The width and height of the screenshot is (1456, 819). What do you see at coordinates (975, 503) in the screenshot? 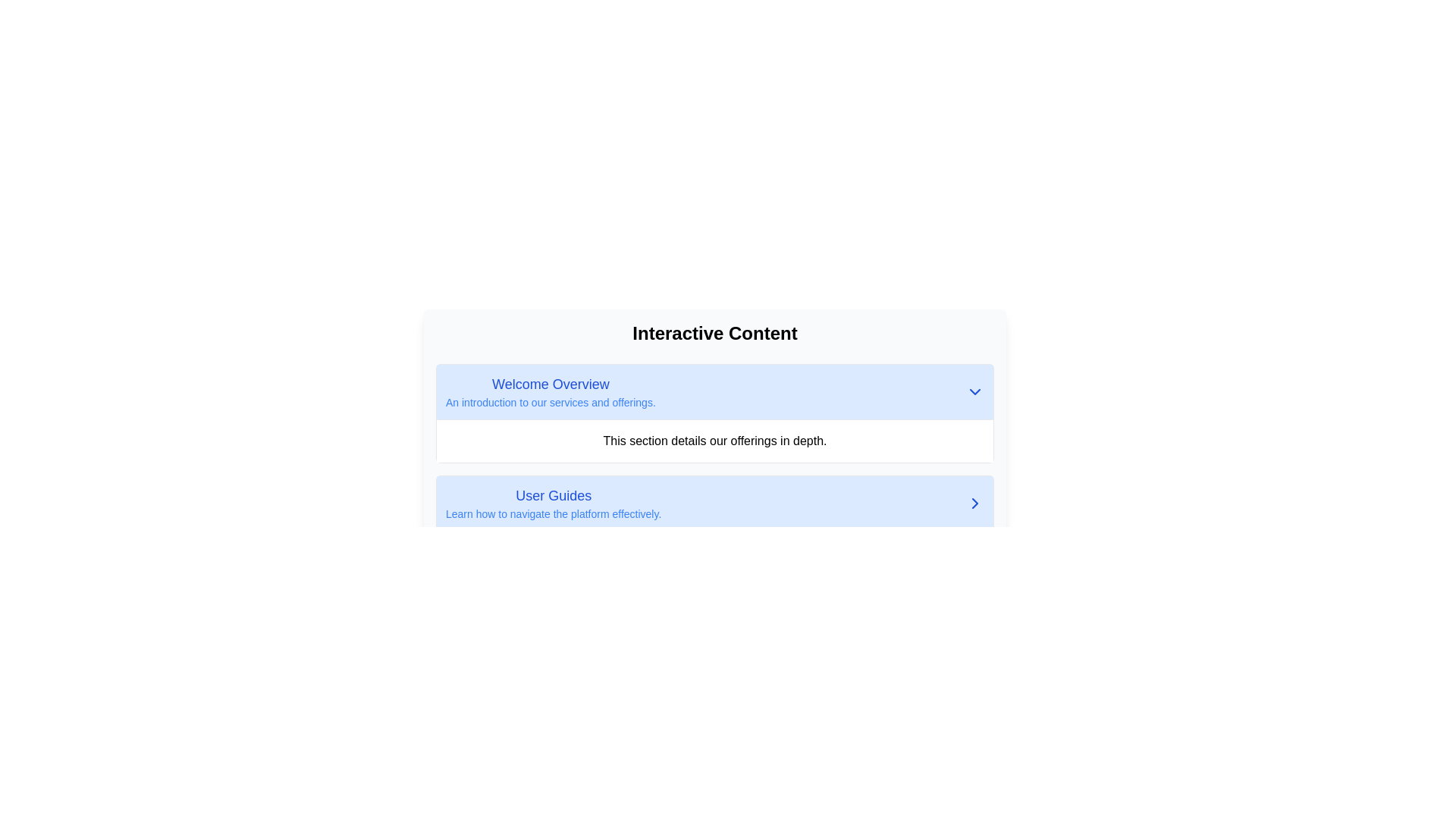
I see `the blue chevron SVG graphic, which is an arrow-shaped visual representation pointing to the right, located in the 'User Guides' section of the 'Interactive Content' panel` at bounding box center [975, 503].